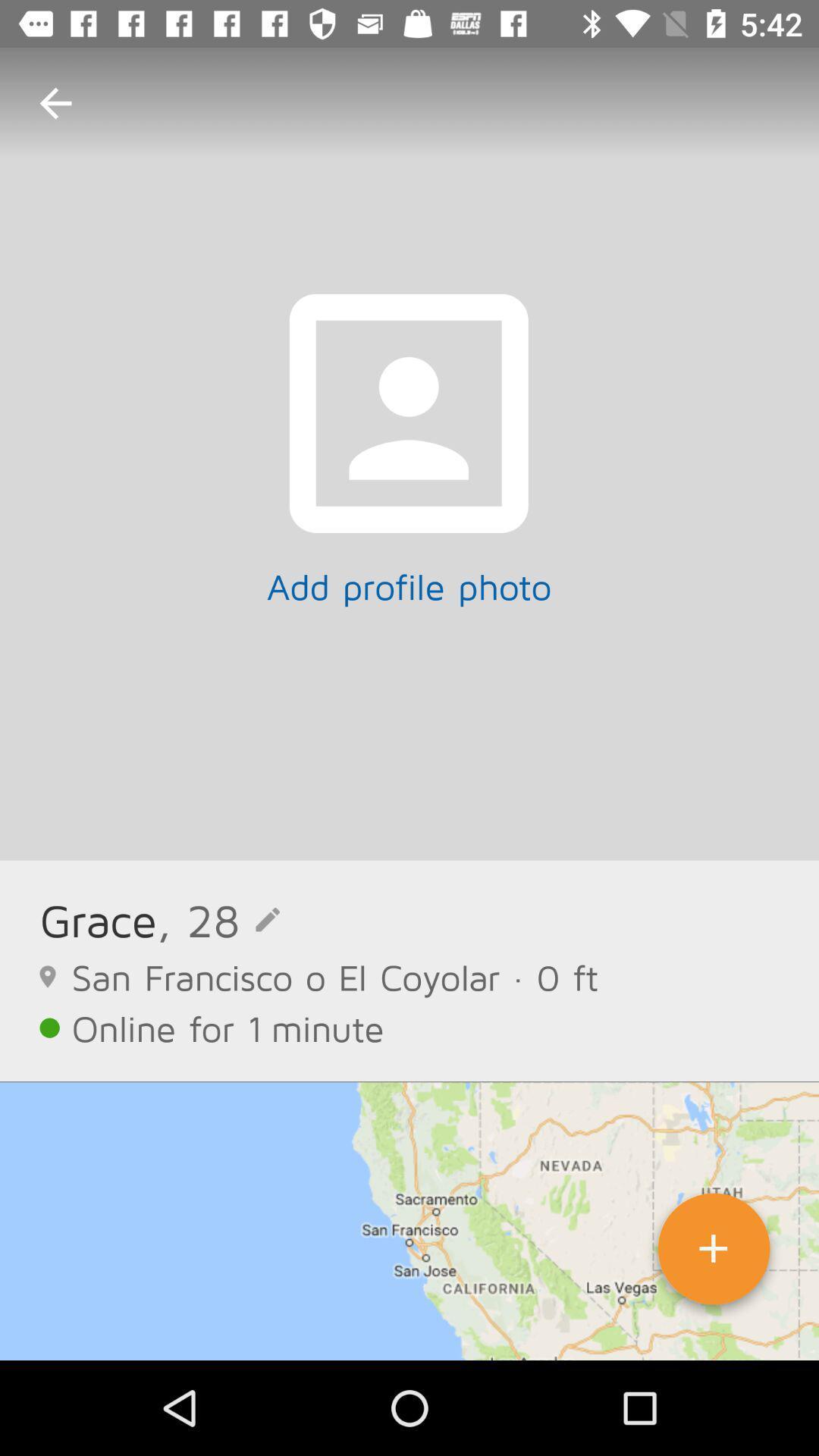 The image size is (819, 1456). Describe the element at coordinates (98, 919) in the screenshot. I see `item to the left of , 28` at that location.